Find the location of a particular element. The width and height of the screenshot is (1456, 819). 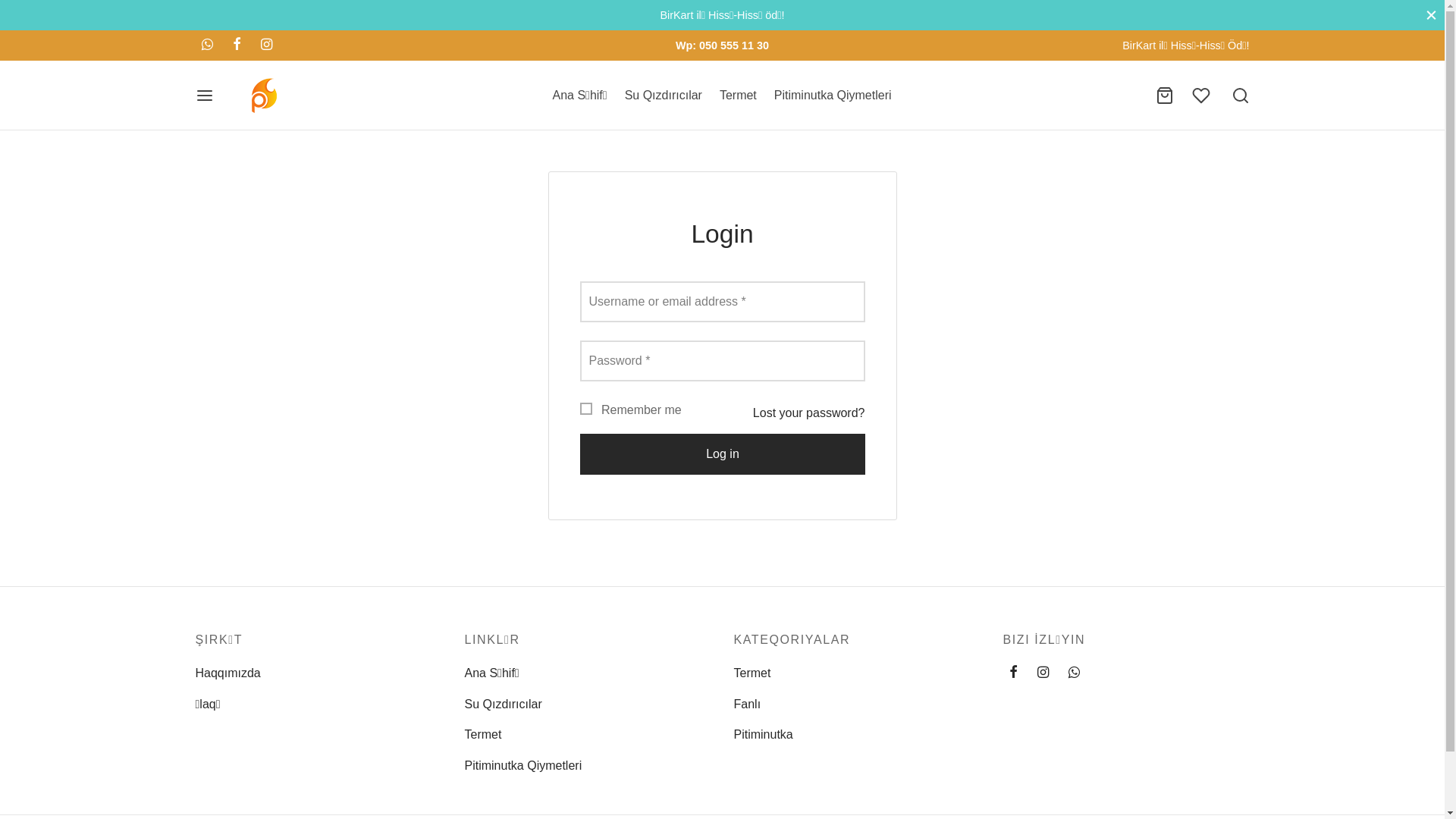

'Pitiminutka' is located at coordinates (764, 733).